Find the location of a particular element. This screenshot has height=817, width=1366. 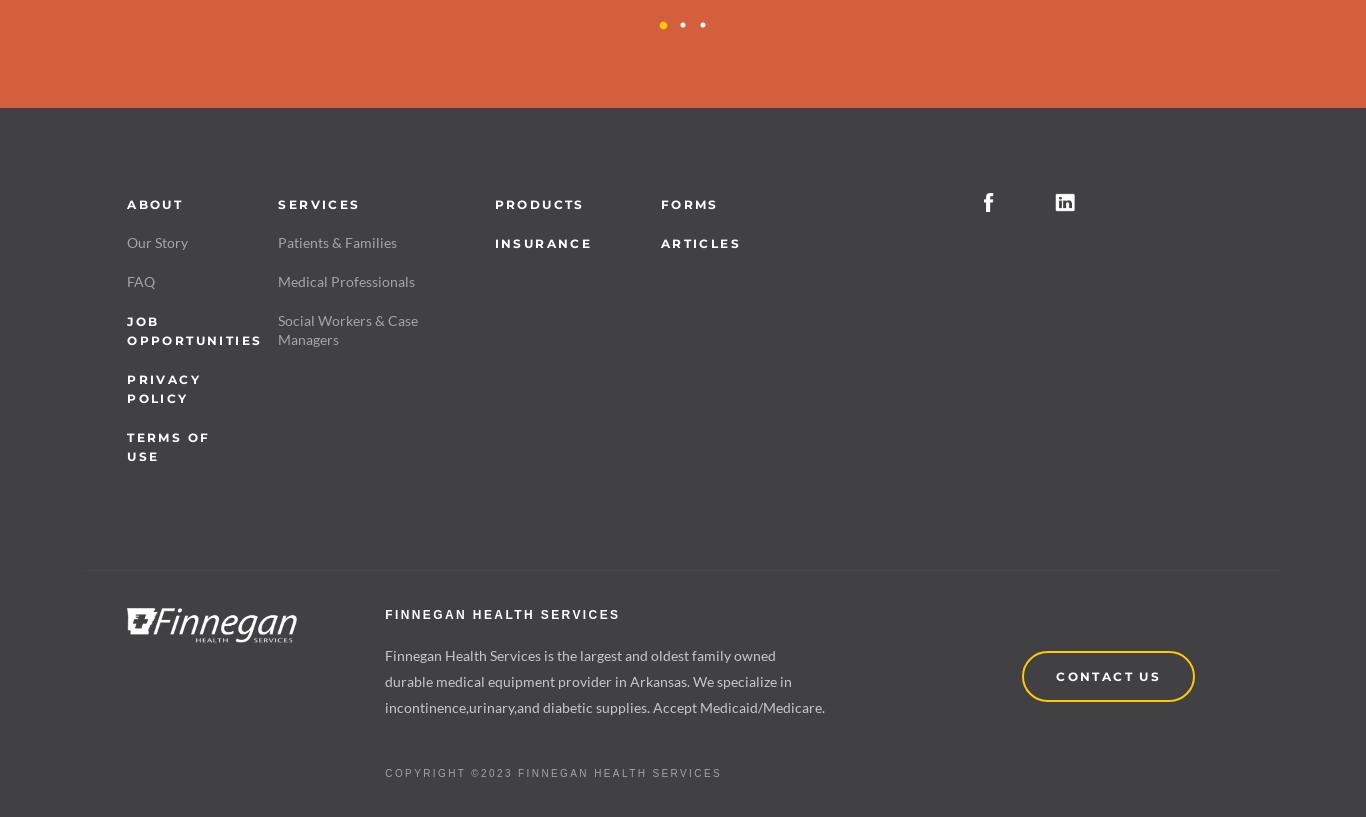

'Medical Professionals' is located at coordinates (345, 280).